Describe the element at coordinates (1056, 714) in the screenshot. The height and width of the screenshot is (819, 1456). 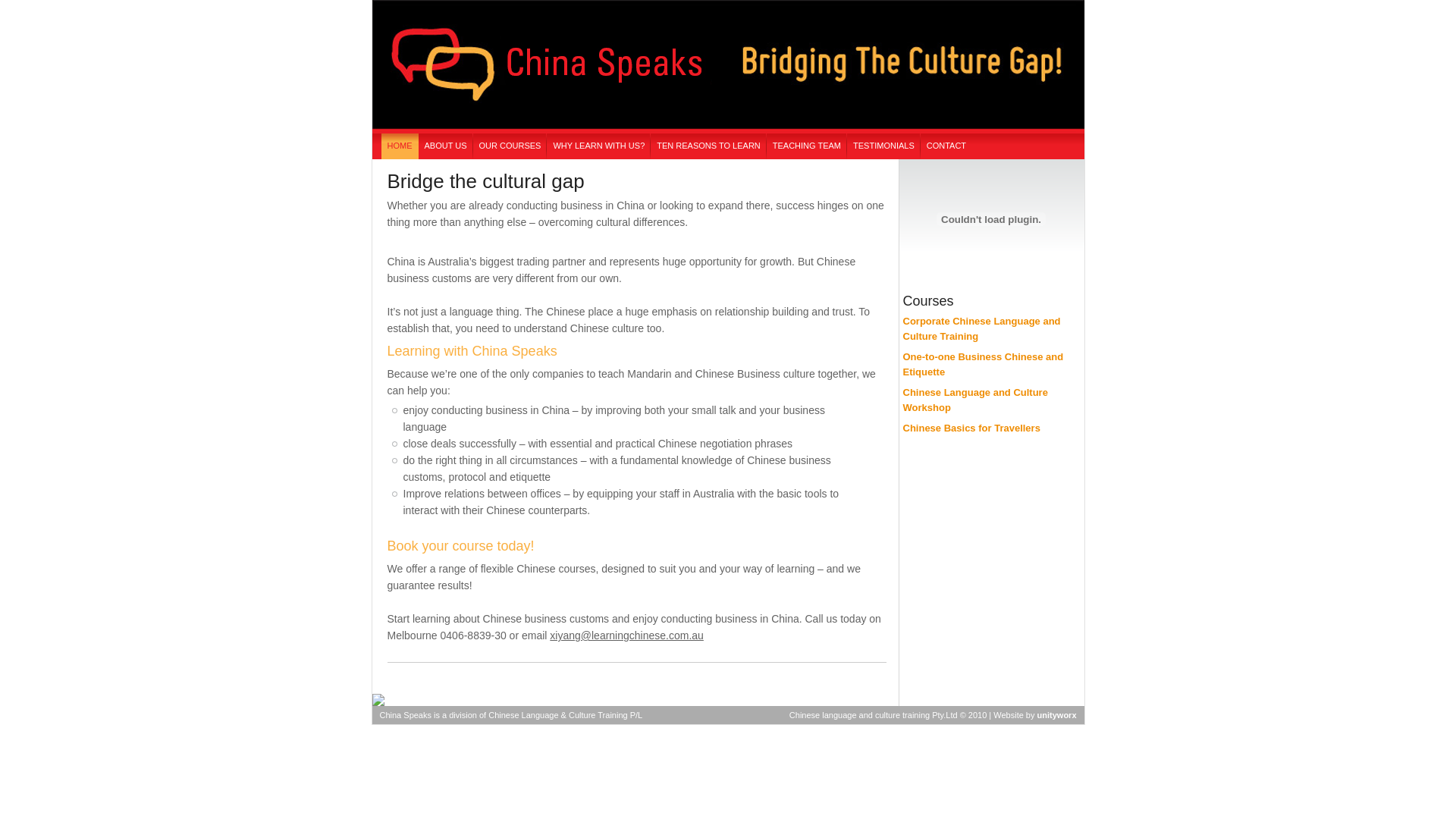
I see `'unityworx'` at that location.